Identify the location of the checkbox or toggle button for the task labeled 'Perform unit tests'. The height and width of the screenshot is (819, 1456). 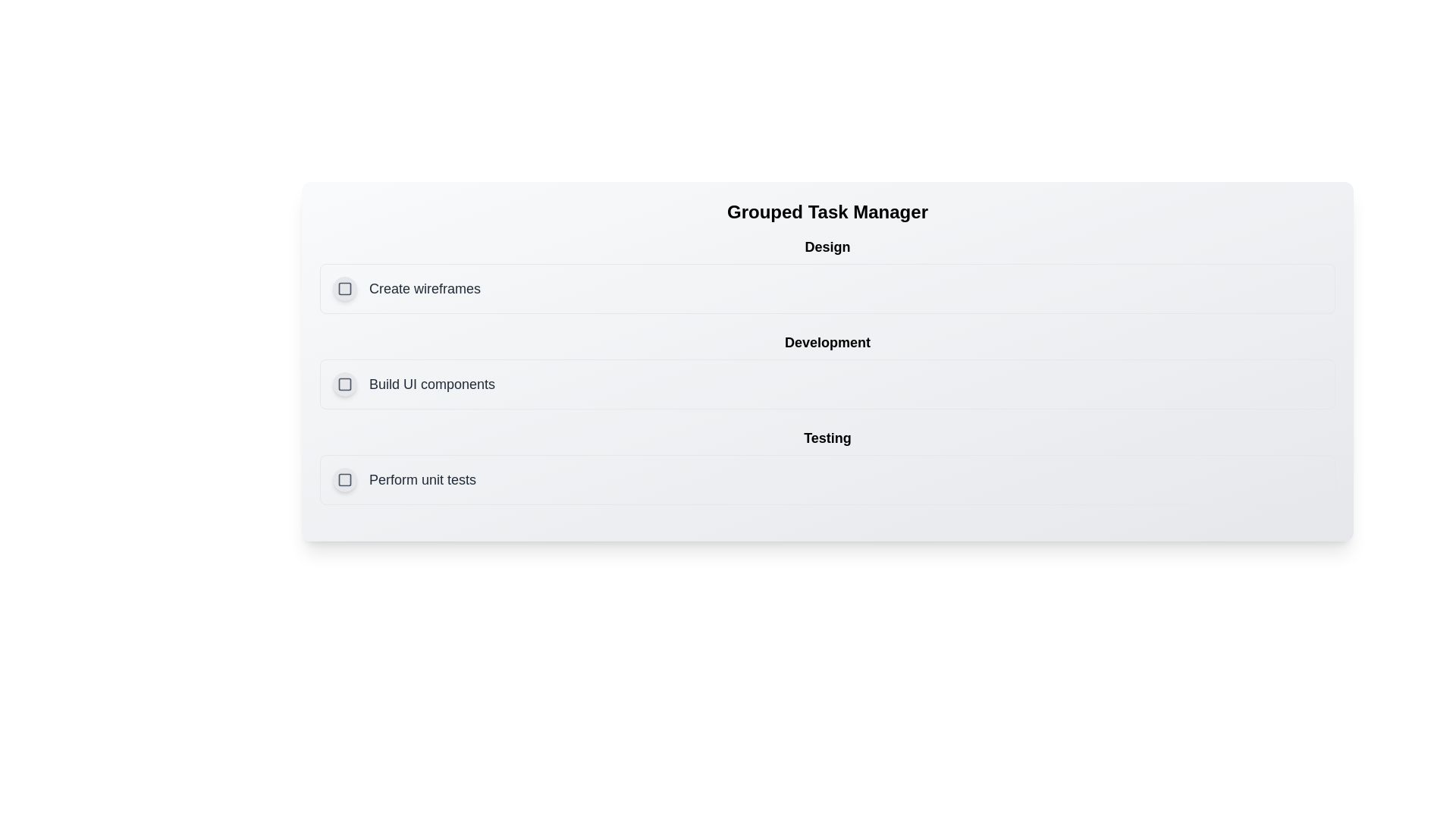
(344, 479).